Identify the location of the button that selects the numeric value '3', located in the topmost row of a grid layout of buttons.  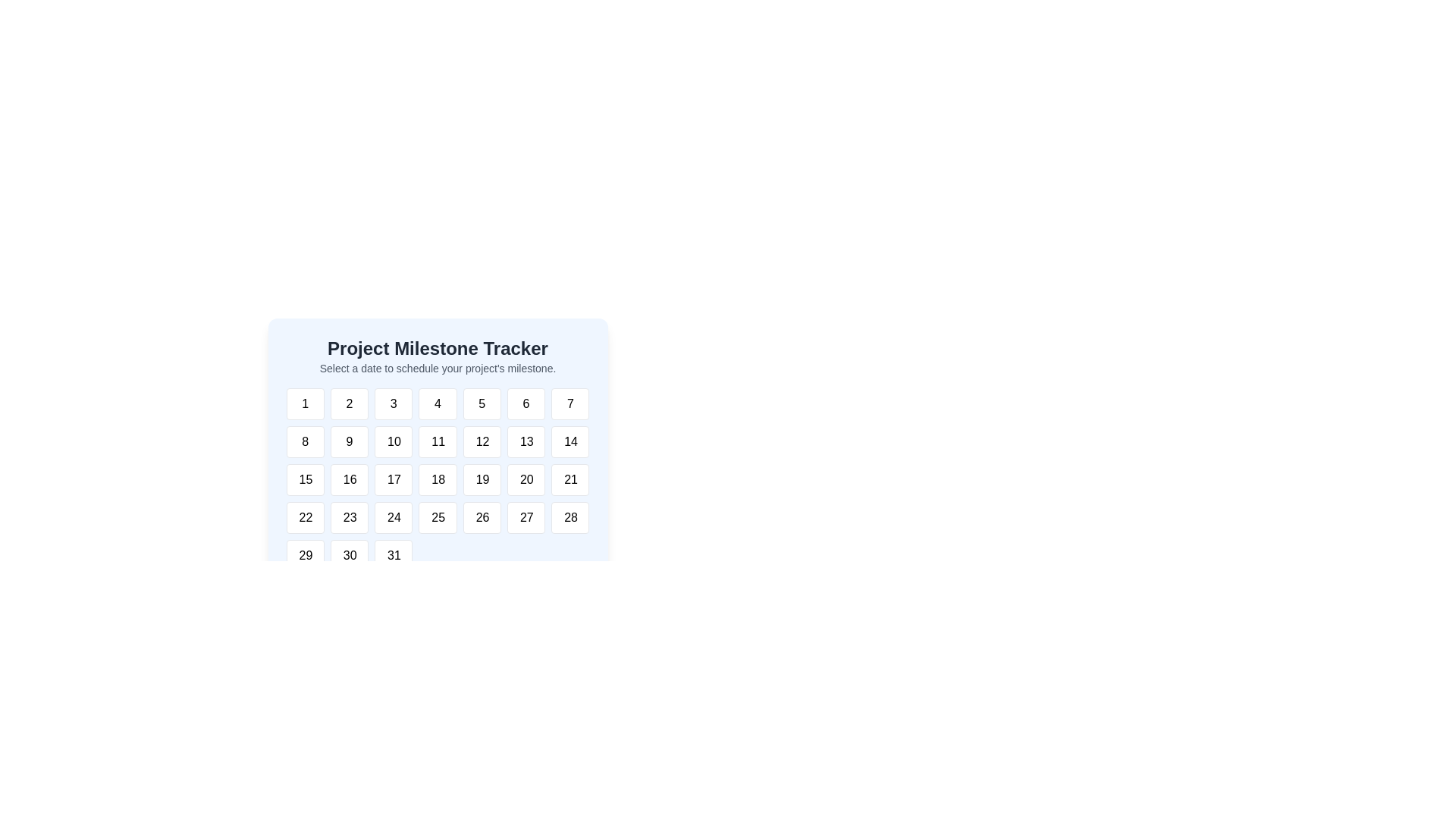
(394, 403).